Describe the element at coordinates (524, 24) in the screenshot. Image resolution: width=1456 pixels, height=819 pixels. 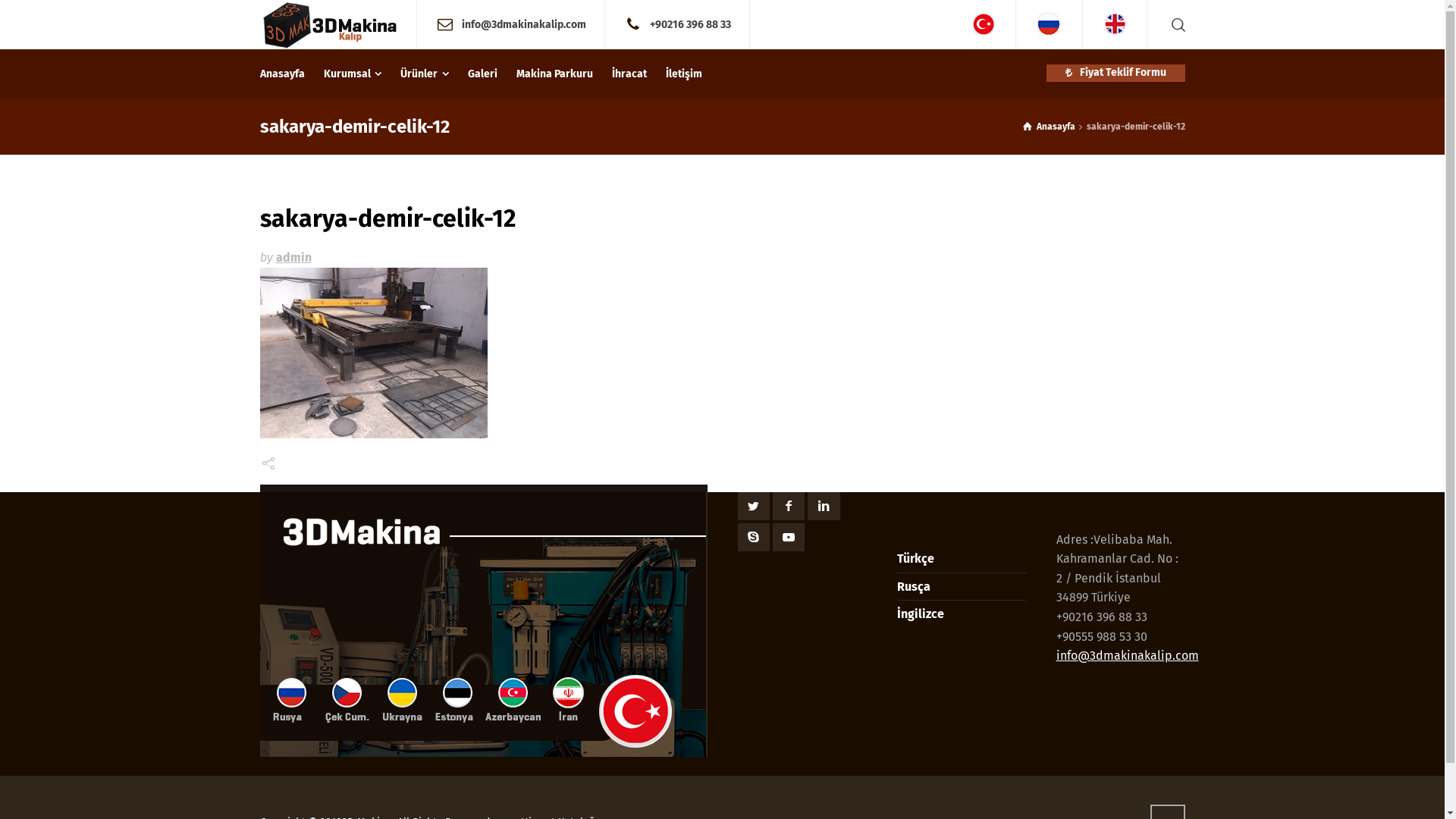
I see `'info@3dmakinakalip.com'` at that location.